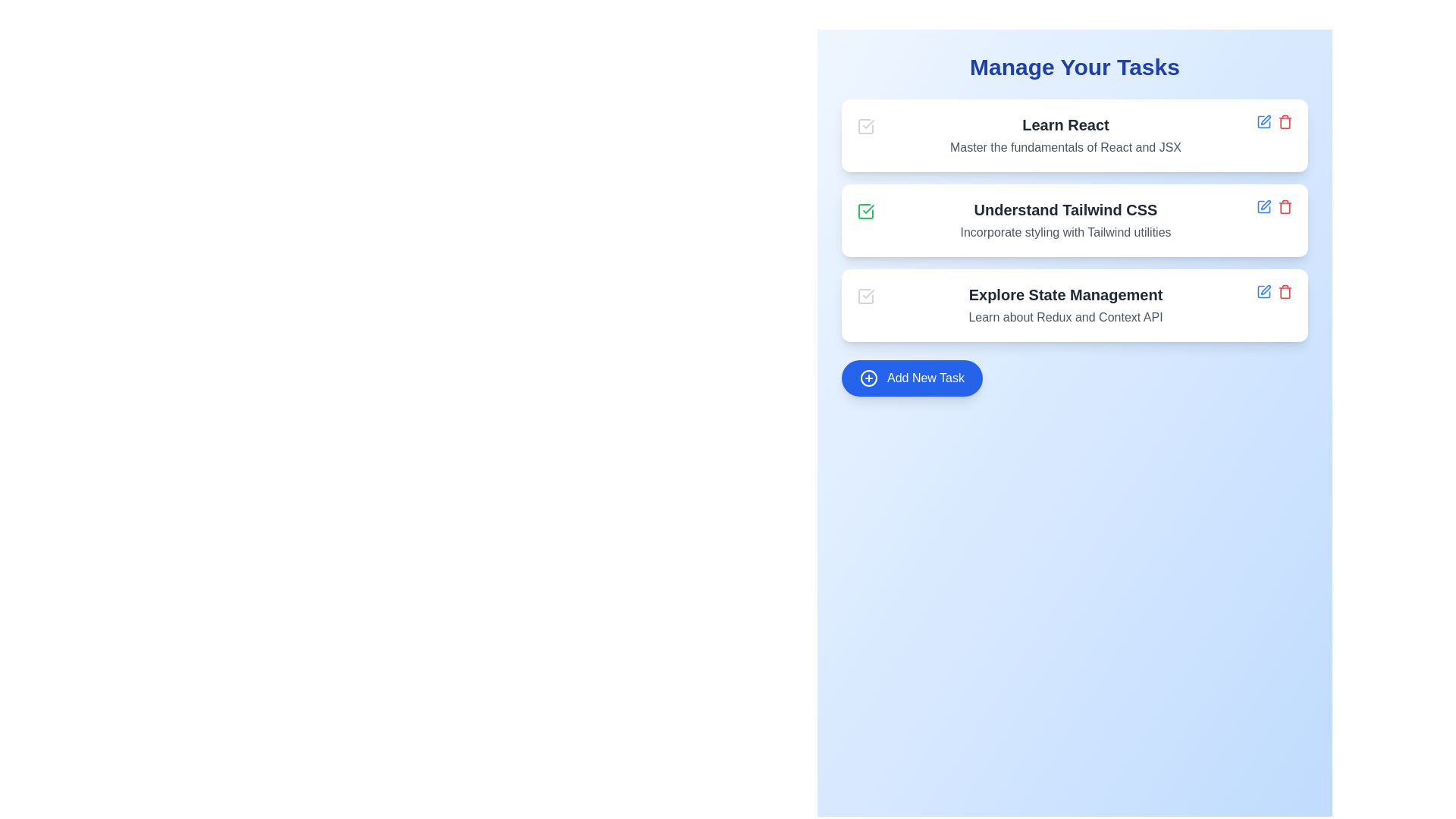 The image size is (1456, 819). I want to click on the status indicator icon located in the third task entry under 'Manage Your Tasks', positioned to the left of the task's title, so click(866, 296).